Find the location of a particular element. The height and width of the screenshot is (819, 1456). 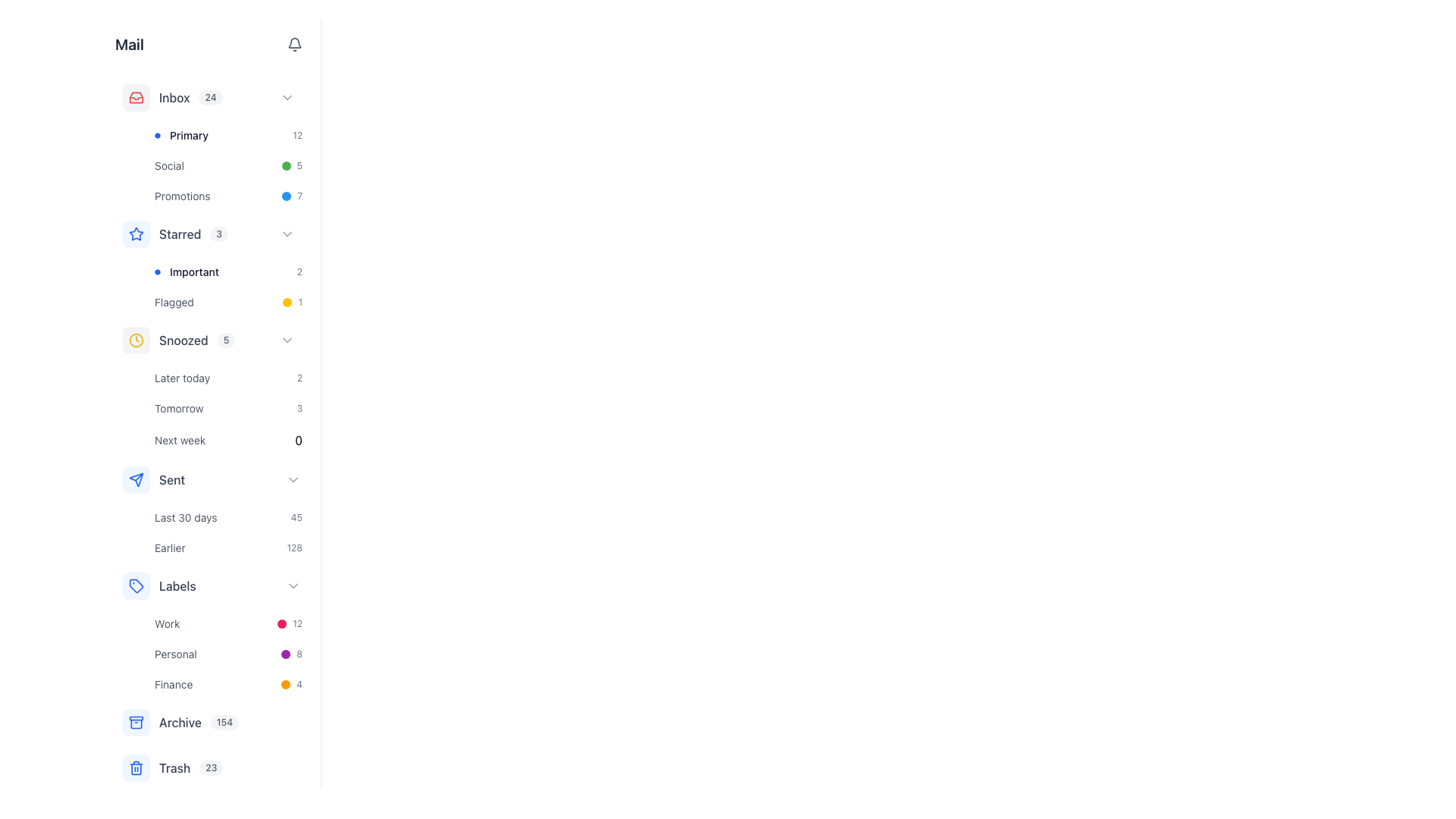

the text label displaying the number '8' is located at coordinates (300, 654).